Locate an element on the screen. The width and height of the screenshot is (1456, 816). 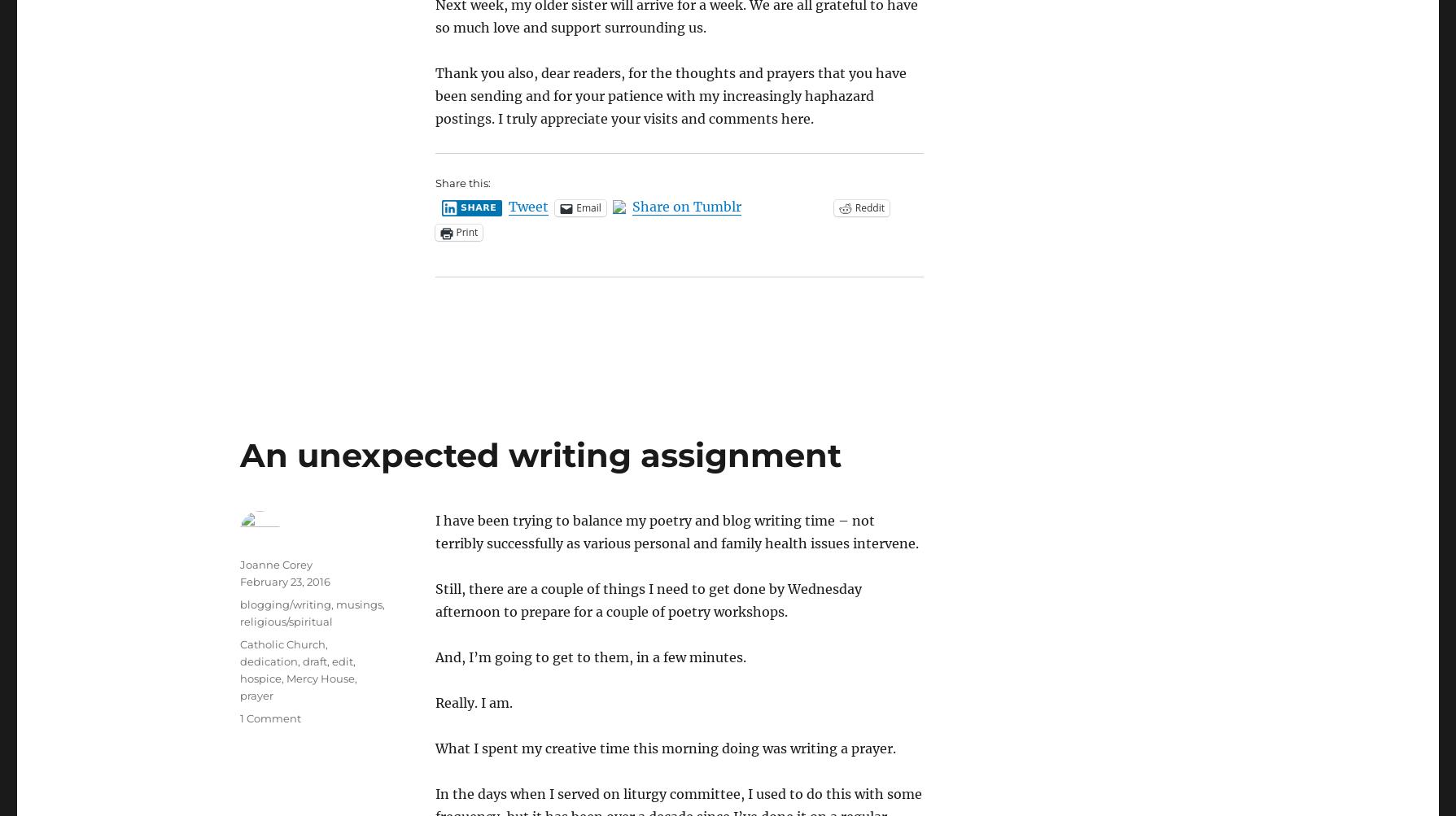
'Share this:' is located at coordinates (461, 181).